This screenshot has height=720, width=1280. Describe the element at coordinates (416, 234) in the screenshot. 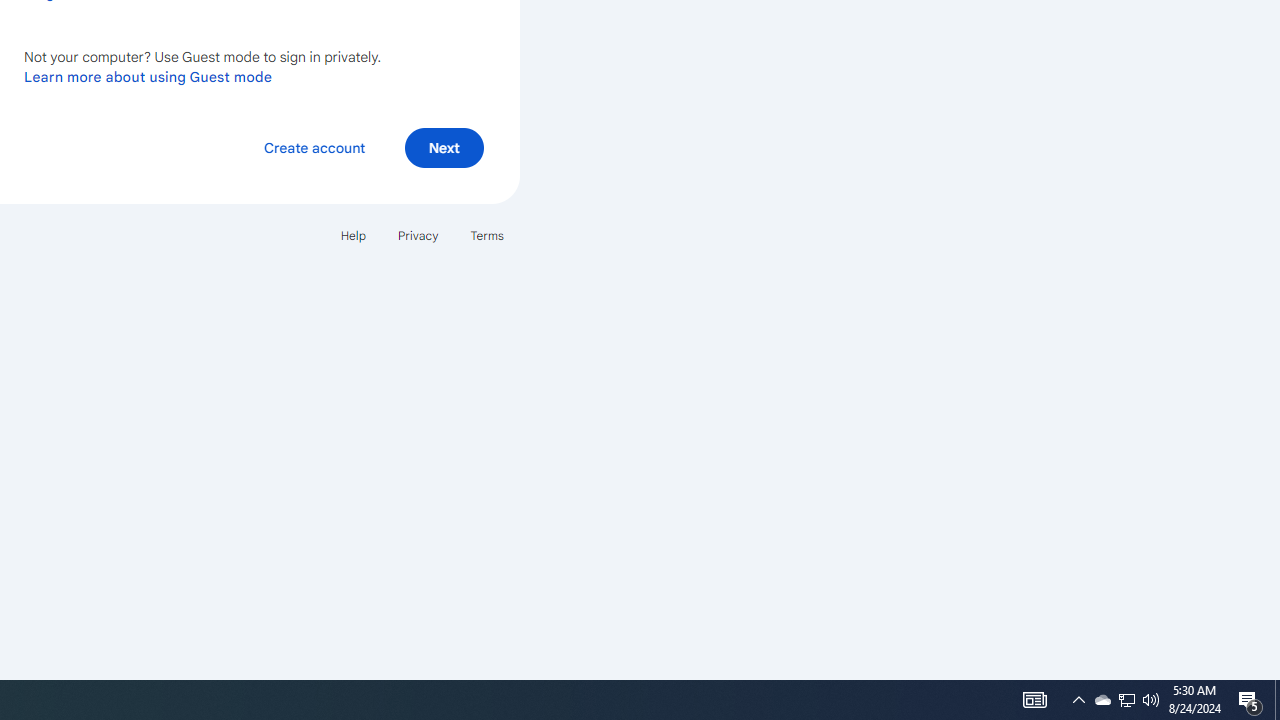

I see `'Privacy'` at that location.